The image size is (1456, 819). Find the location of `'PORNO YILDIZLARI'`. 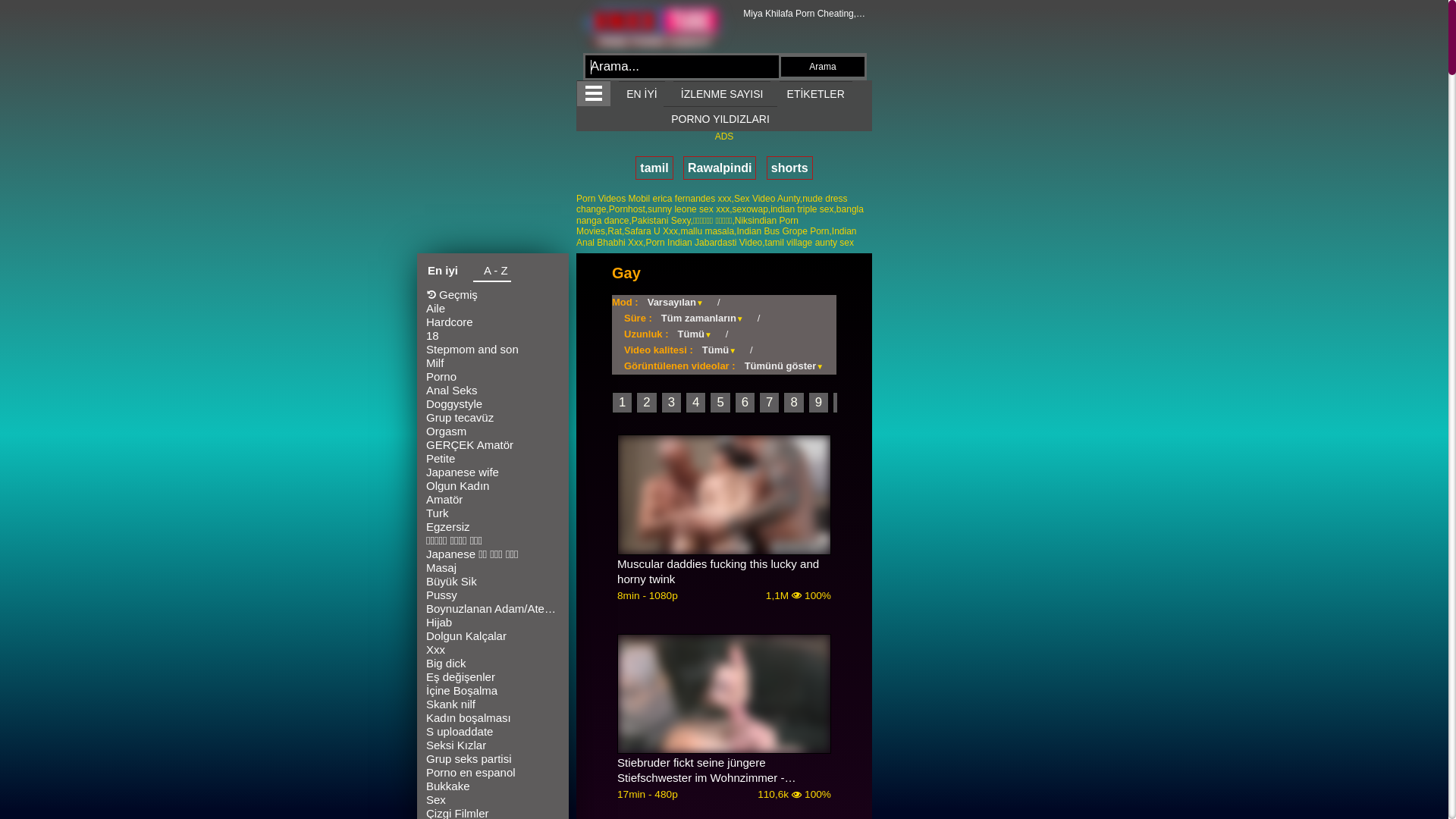

'PORNO YILDIZLARI' is located at coordinates (663, 118).